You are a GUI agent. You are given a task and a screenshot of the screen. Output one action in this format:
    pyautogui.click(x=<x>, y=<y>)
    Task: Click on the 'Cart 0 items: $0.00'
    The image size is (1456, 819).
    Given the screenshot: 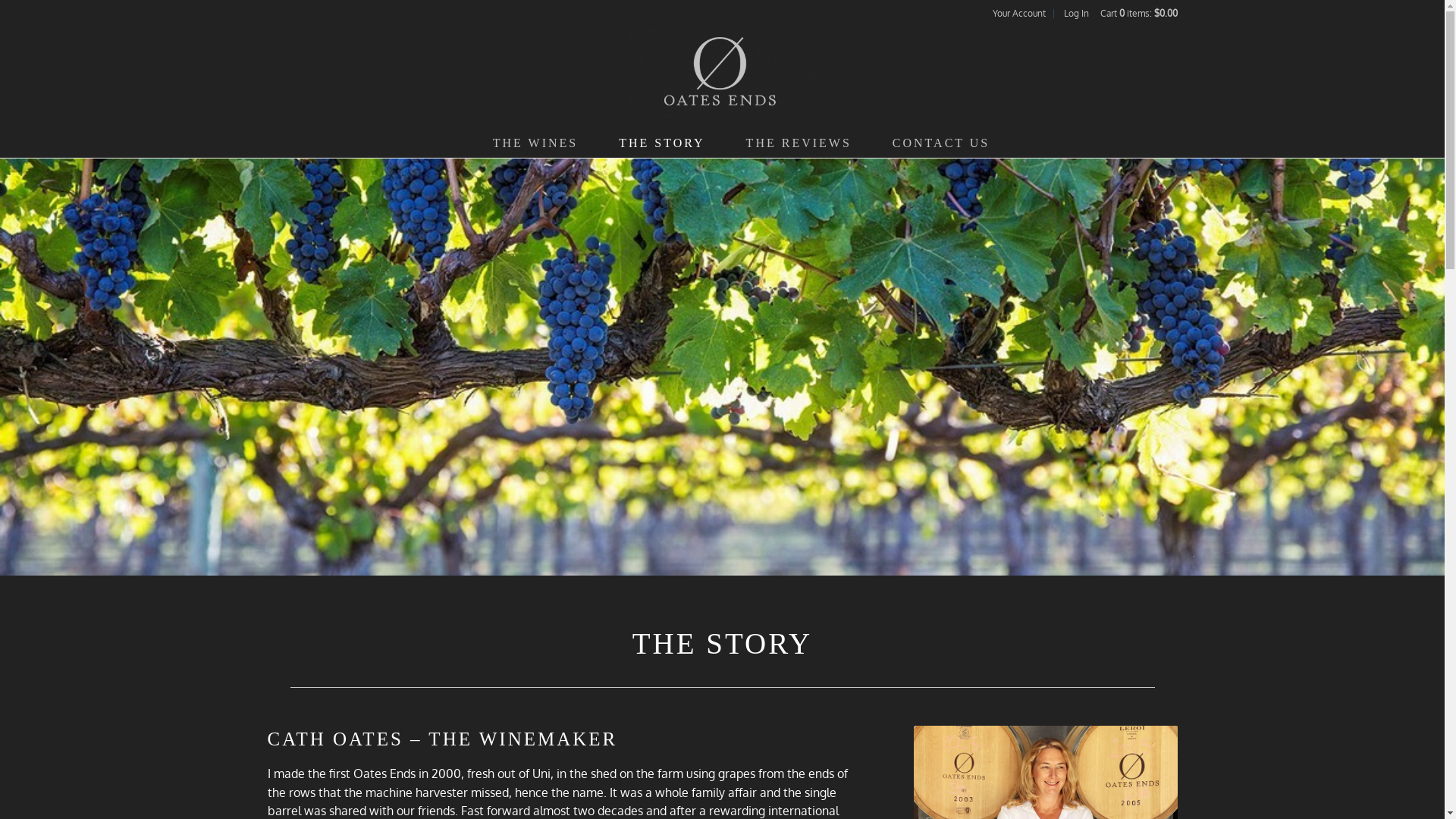 What is the action you would take?
    pyautogui.click(x=1138, y=13)
    